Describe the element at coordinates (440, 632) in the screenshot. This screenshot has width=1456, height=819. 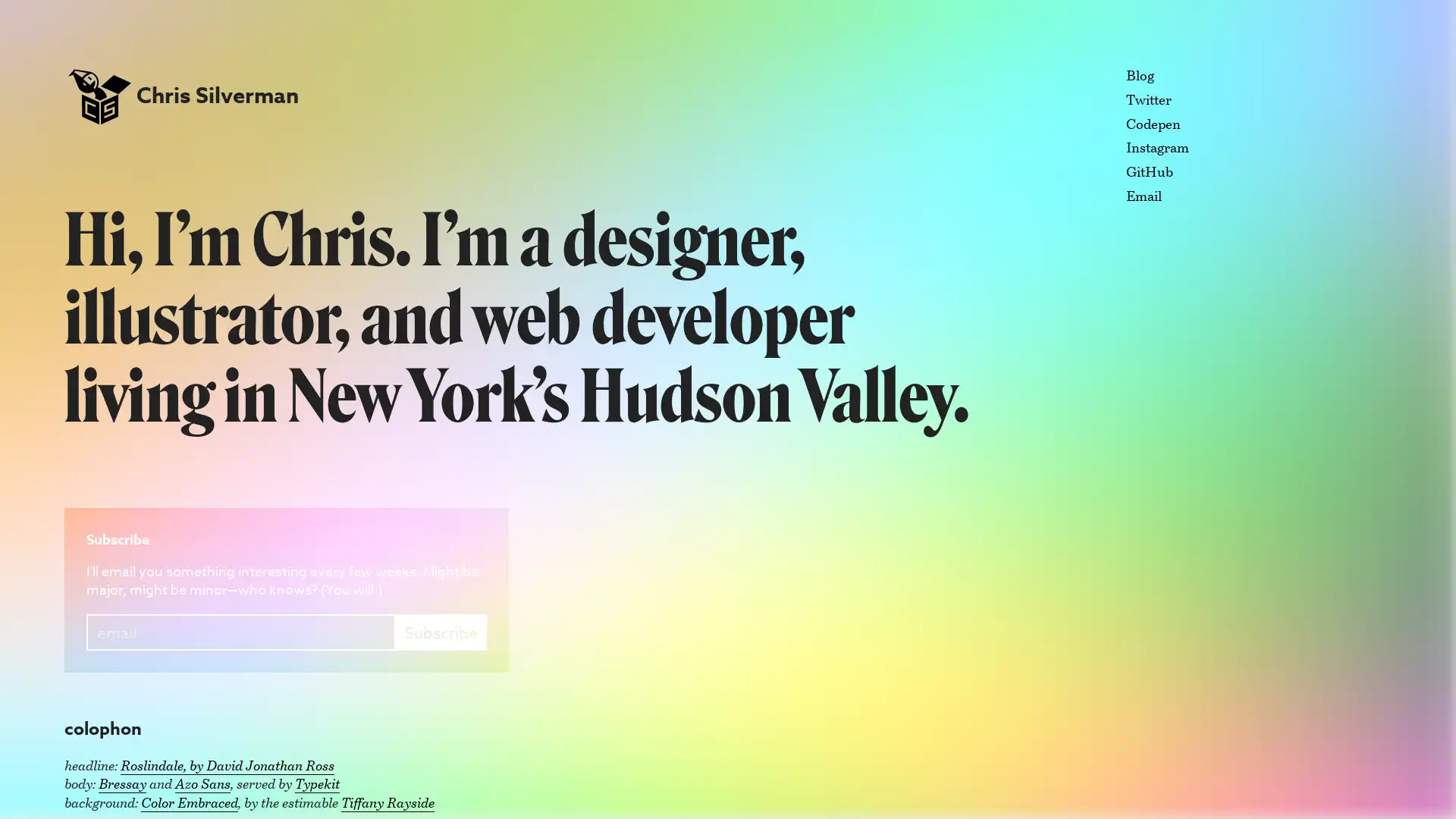
I see `Subscribe` at that location.